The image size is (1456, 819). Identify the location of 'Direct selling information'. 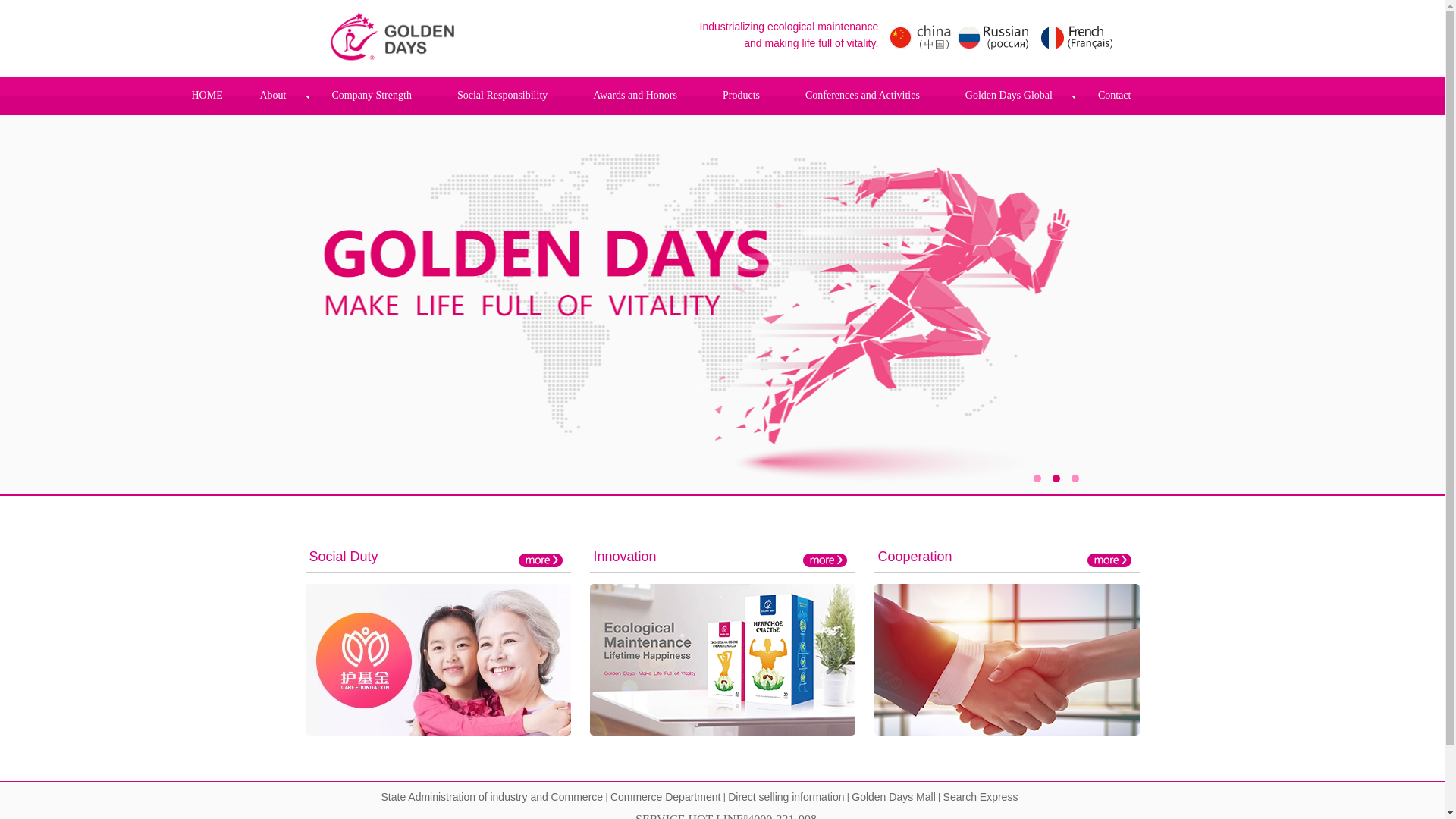
(786, 797).